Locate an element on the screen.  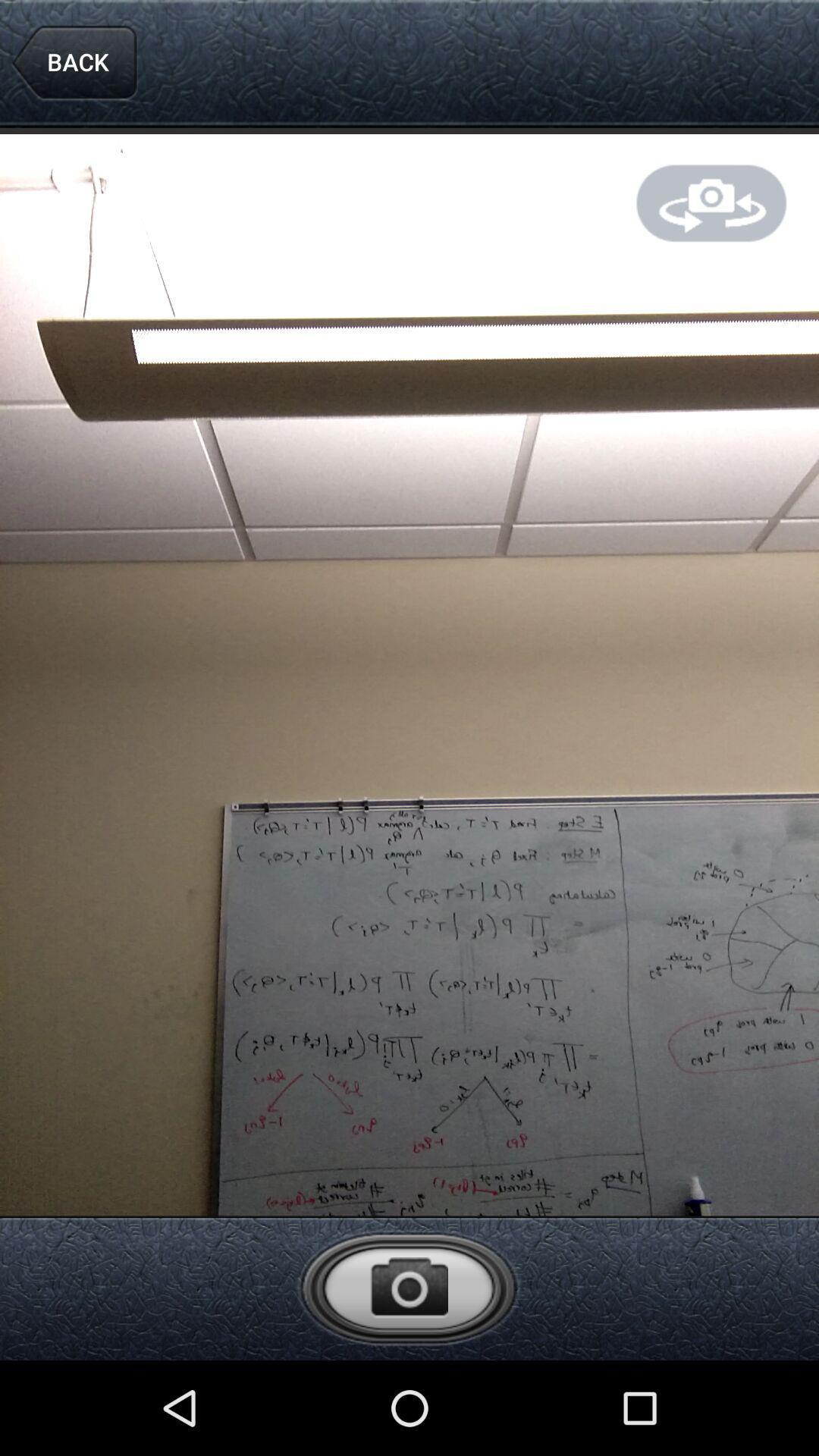
camera option is located at coordinates (408, 1287).